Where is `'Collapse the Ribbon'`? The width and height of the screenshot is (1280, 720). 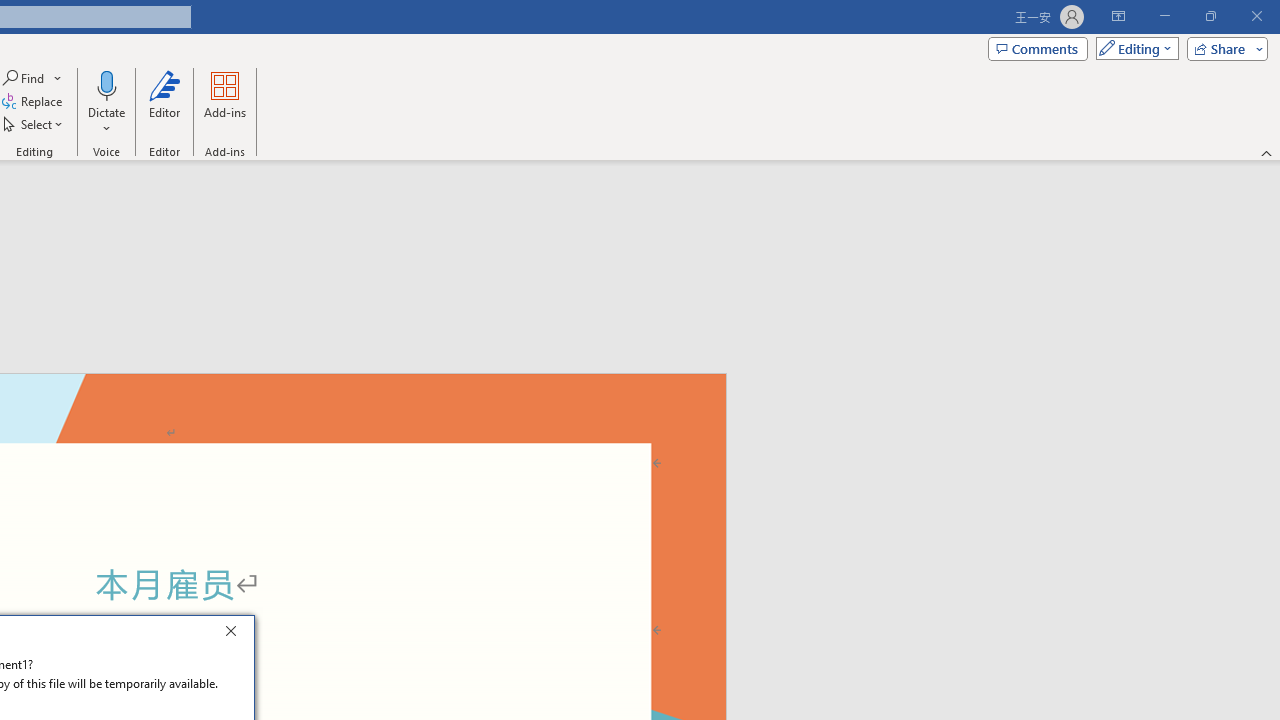
'Collapse the Ribbon' is located at coordinates (1266, 152).